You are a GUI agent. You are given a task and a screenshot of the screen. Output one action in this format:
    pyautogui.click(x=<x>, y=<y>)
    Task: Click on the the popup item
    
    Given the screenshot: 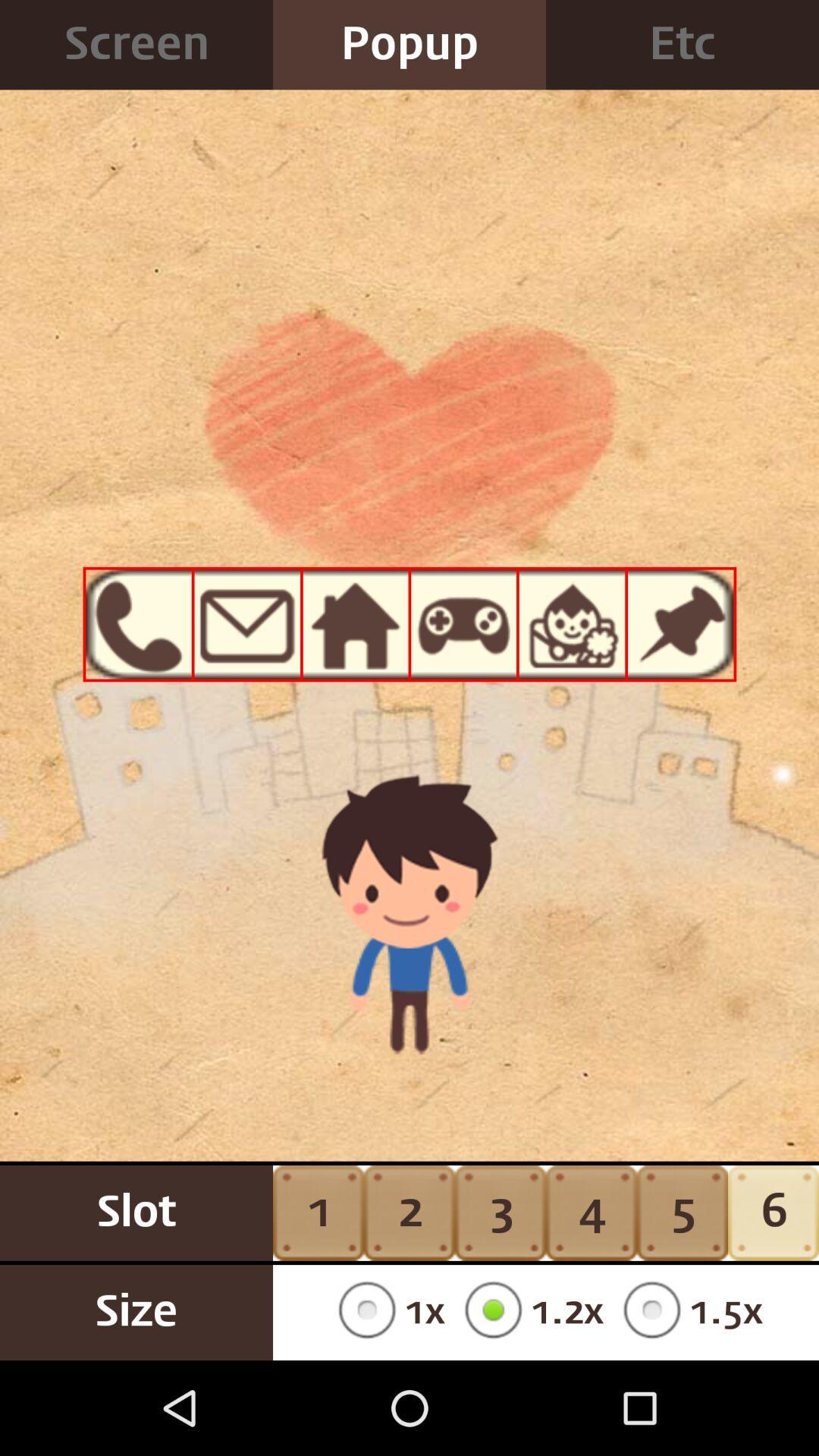 What is the action you would take?
    pyautogui.click(x=409, y=45)
    